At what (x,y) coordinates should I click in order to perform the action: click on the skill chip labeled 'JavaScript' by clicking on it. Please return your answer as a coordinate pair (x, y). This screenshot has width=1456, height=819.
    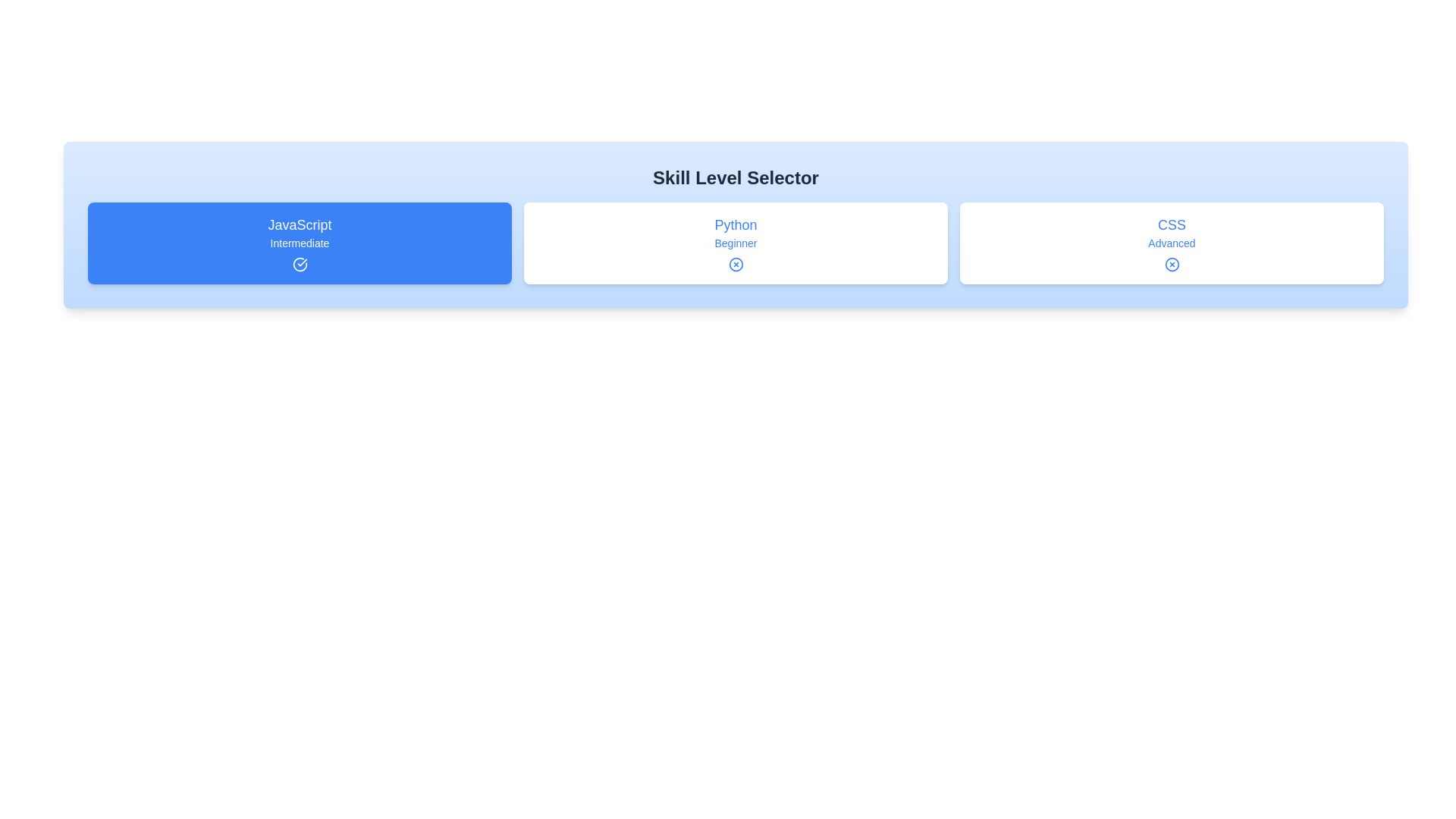
    Looking at the image, I should click on (300, 242).